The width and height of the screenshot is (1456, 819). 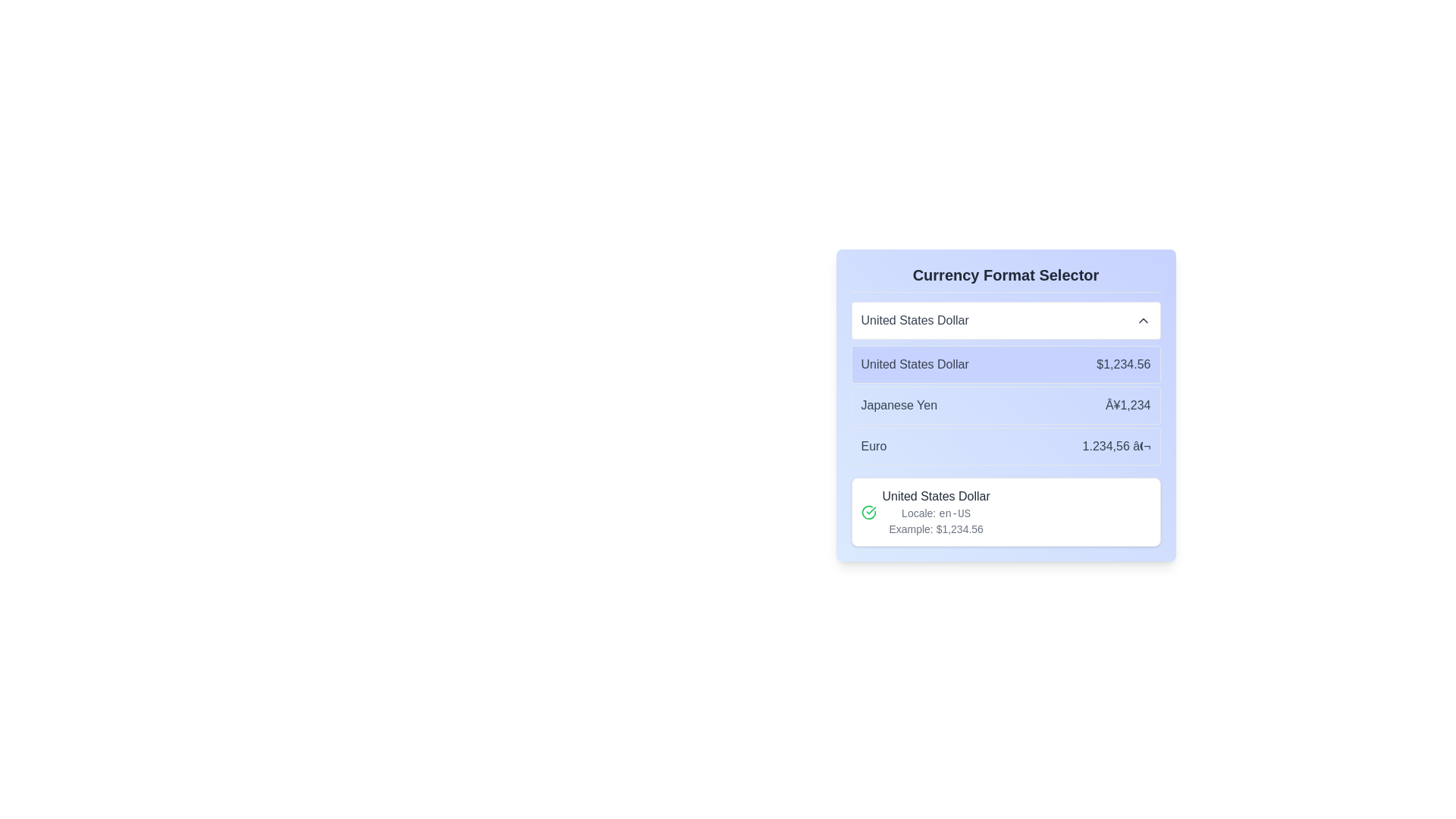 What do you see at coordinates (935, 529) in the screenshot?
I see `the static text label that illustrates a monetary value formatted for the United States Dollar, located below the text 'Locale: en-US' in the 'Currency Format Selector' section` at bounding box center [935, 529].